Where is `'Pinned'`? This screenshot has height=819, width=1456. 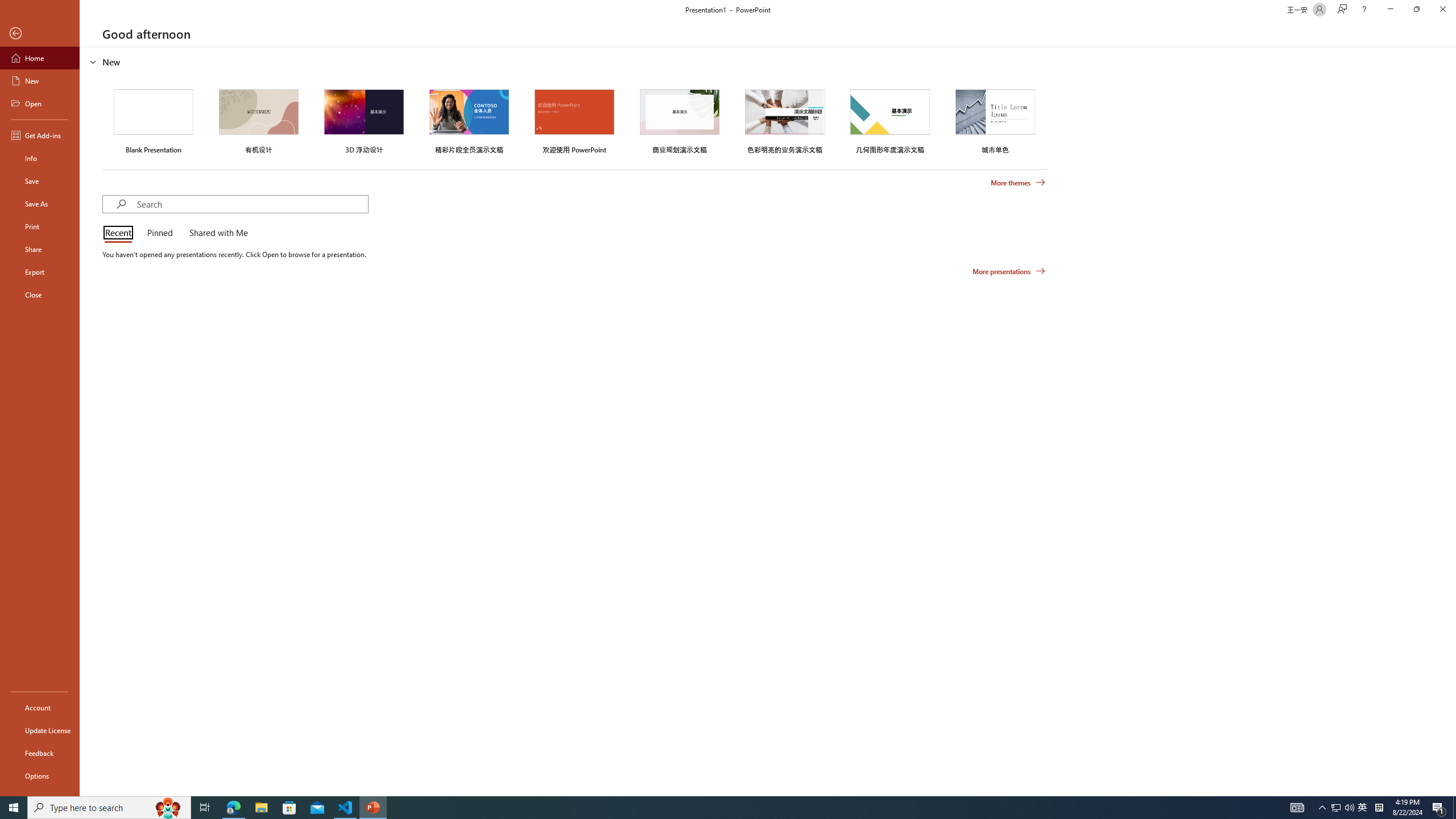 'Pinned' is located at coordinates (159, 233).